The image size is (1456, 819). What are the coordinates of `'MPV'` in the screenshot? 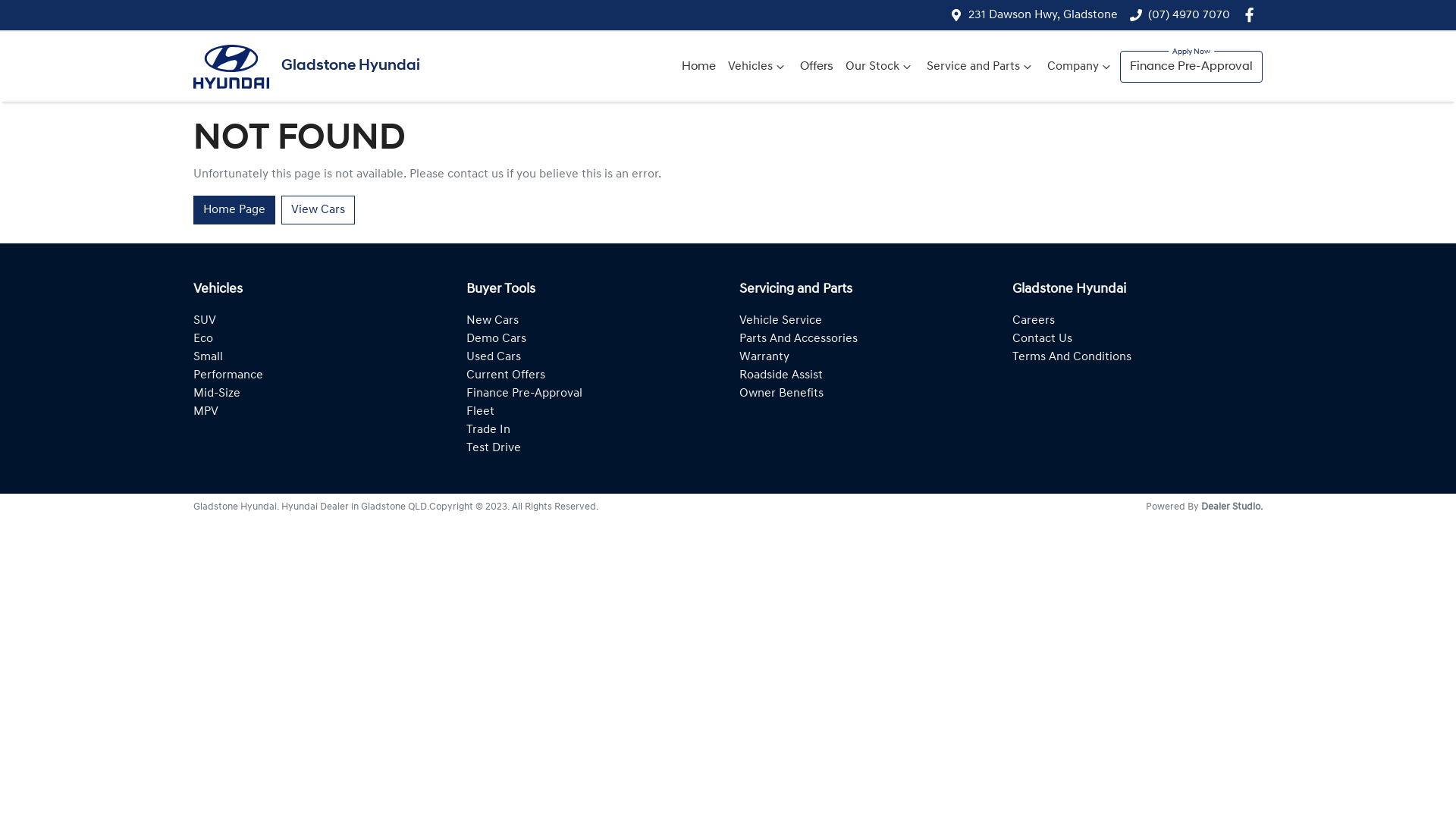 It's located at (205, 412).